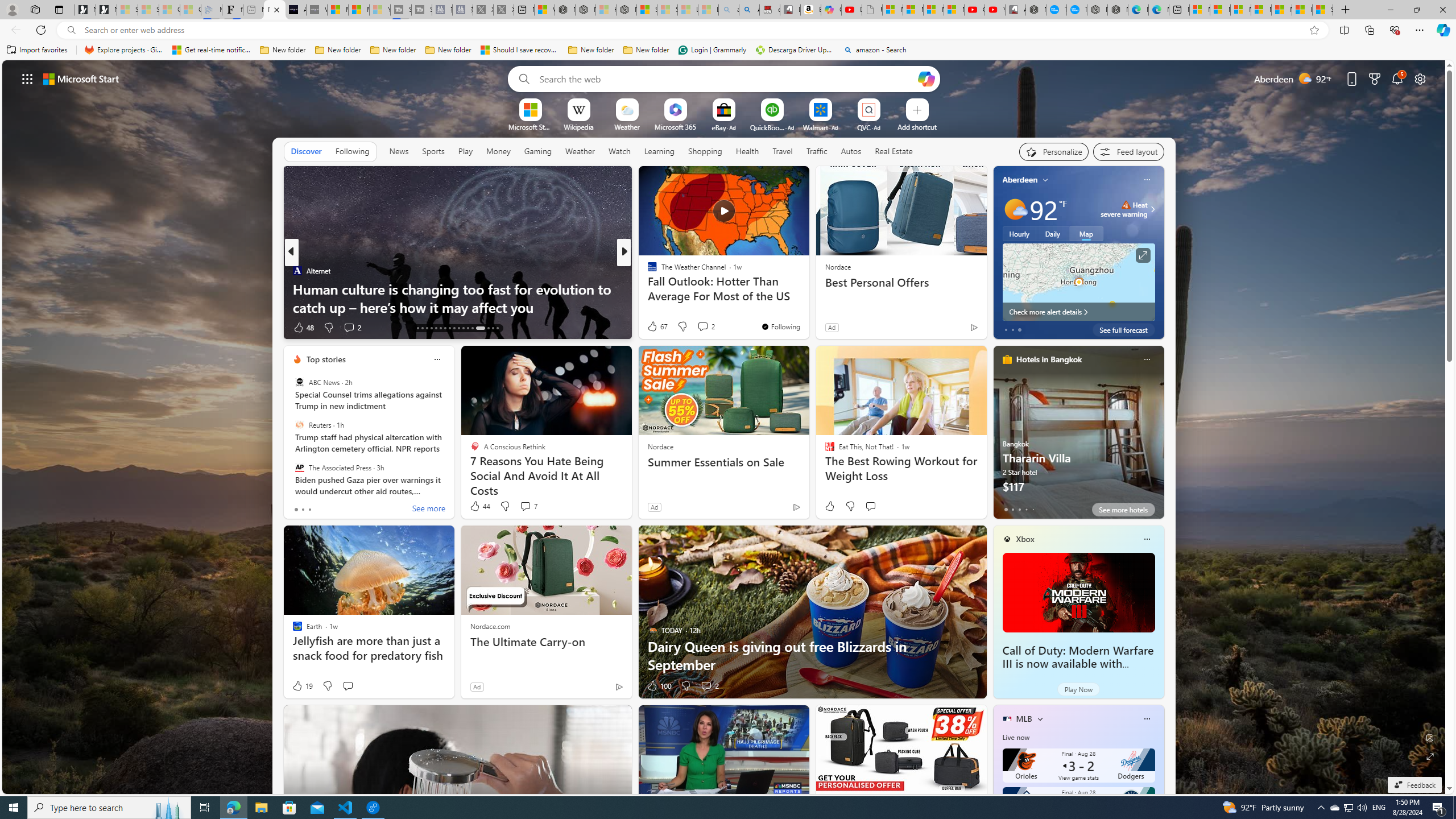 The height and width of the screenshot is (819, 1456). Describe the element at coordinates (705, 151) in the screenshot. I see `'Shopping'` at that location.